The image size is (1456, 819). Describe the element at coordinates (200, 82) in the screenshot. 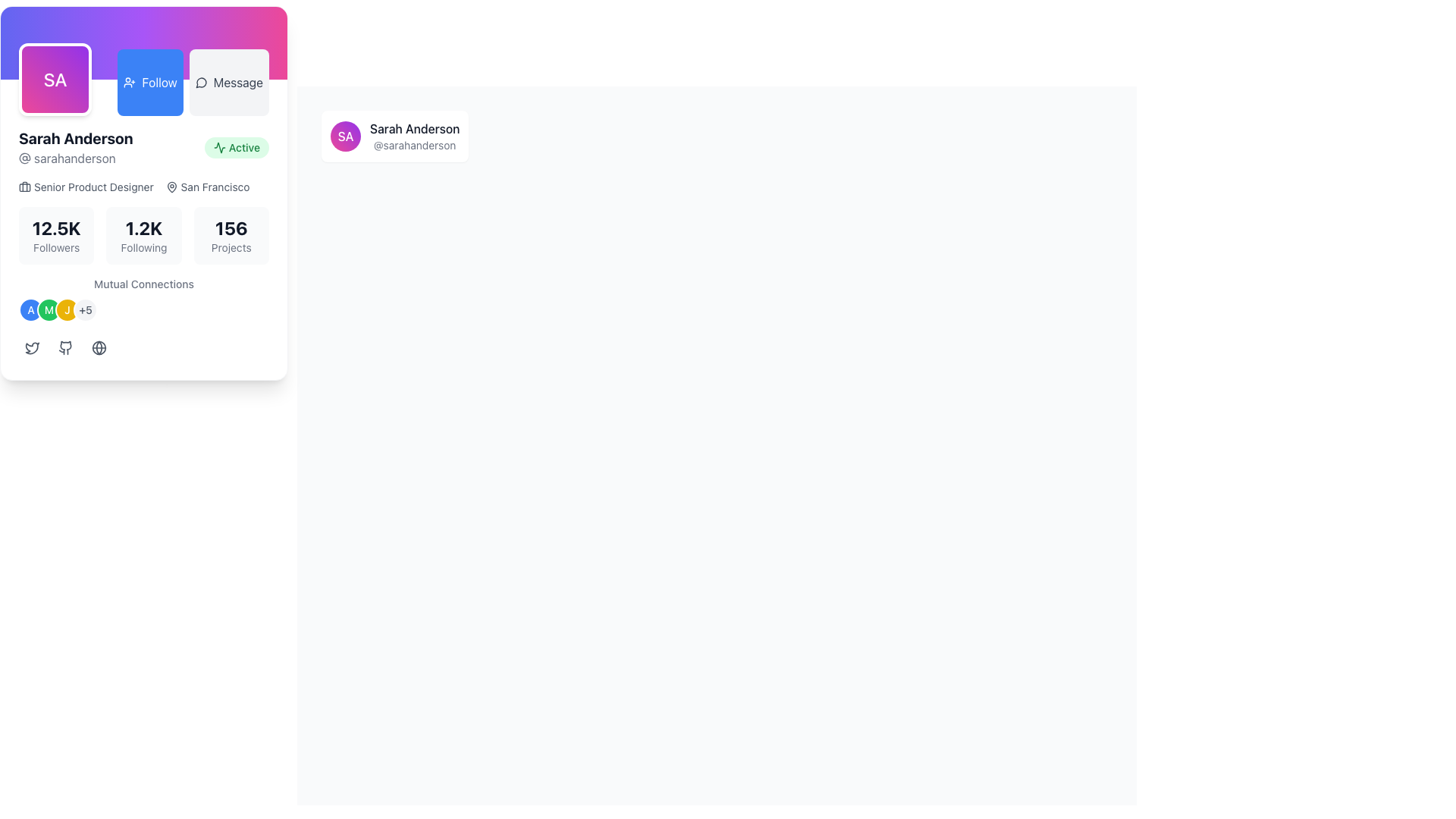

I see `the small speech bubble icon representing the messaging feature, located to the left of the 'Message' text within the button in the top right section of the interface` at that location.